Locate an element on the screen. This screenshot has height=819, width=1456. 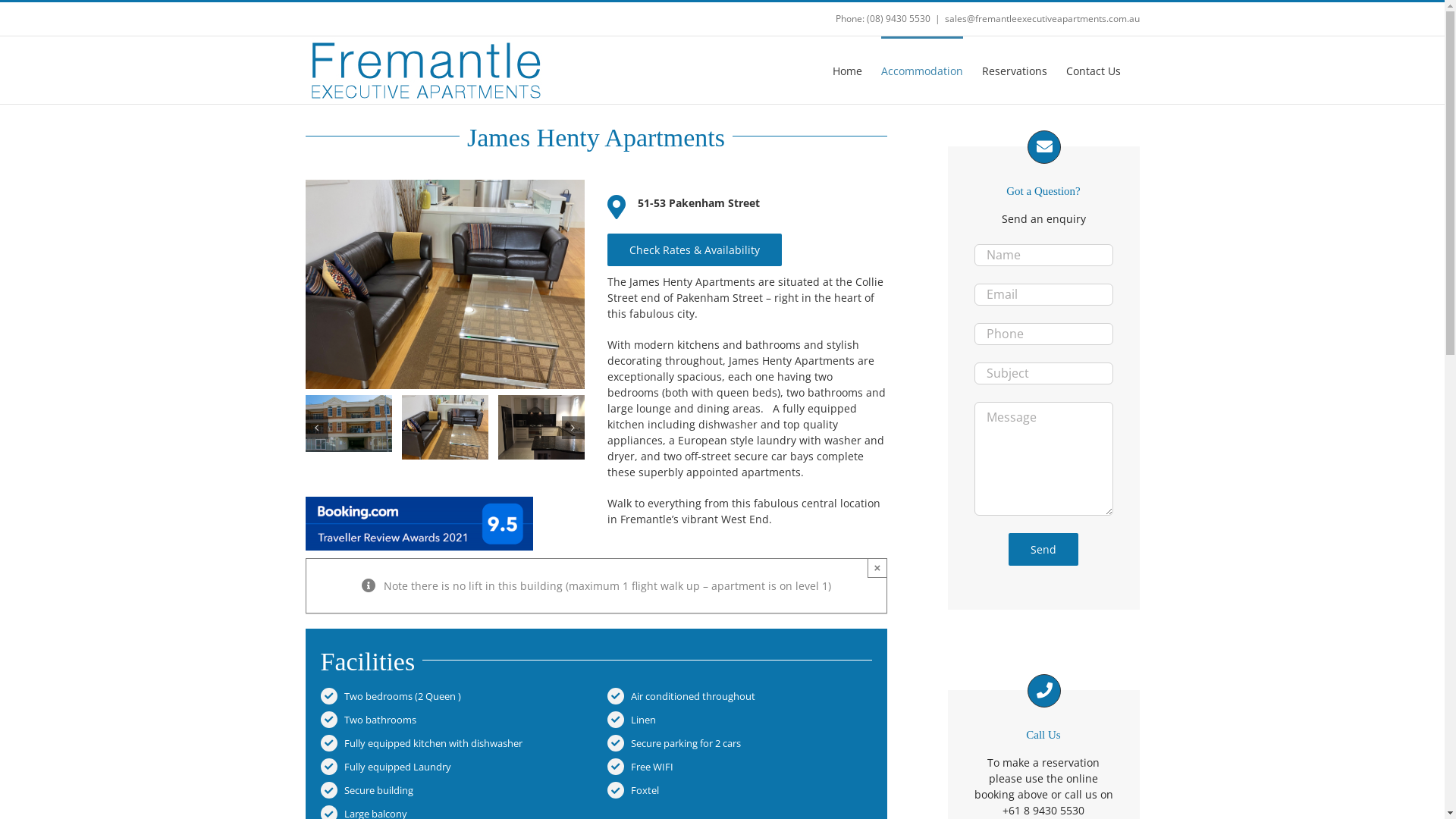
'Home' is located at coordinates (846, 70).